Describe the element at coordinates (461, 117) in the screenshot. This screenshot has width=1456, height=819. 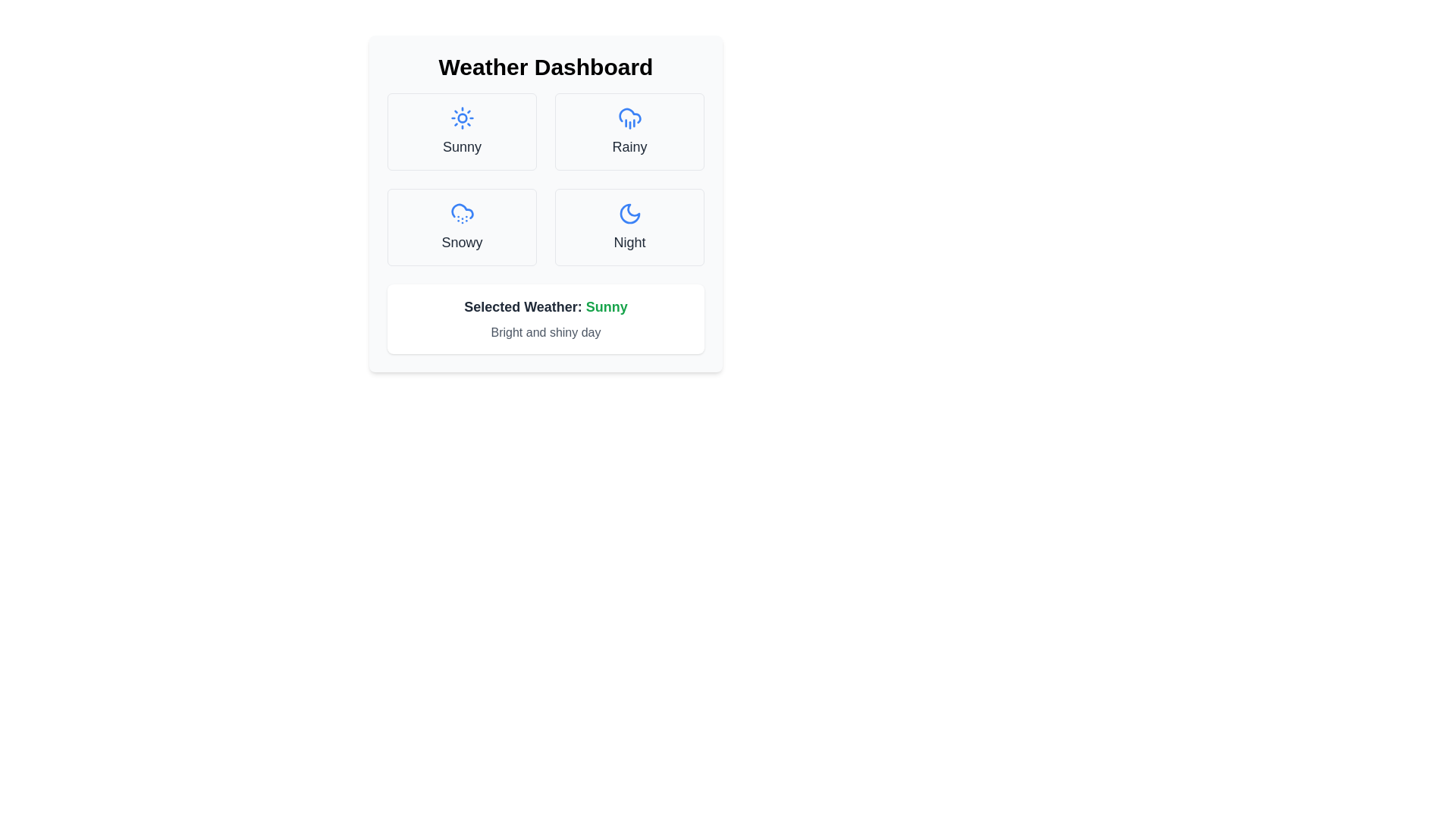
I see `the 'Sunny' weather icon in the weather selection interface, which is the first icon in the grid` at that location.